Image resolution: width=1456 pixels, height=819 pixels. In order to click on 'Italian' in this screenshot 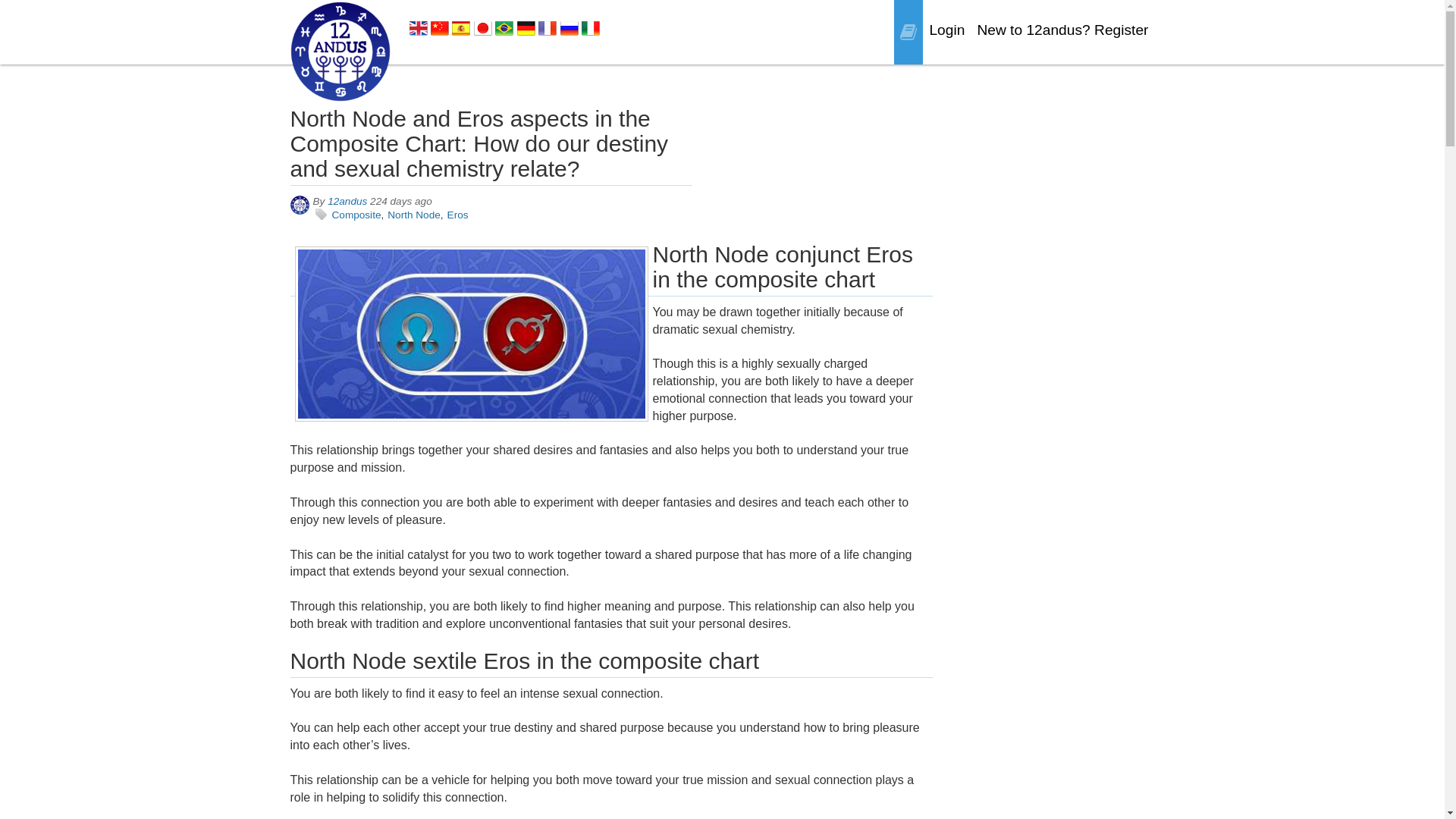, I will do `click(589, 27)`.